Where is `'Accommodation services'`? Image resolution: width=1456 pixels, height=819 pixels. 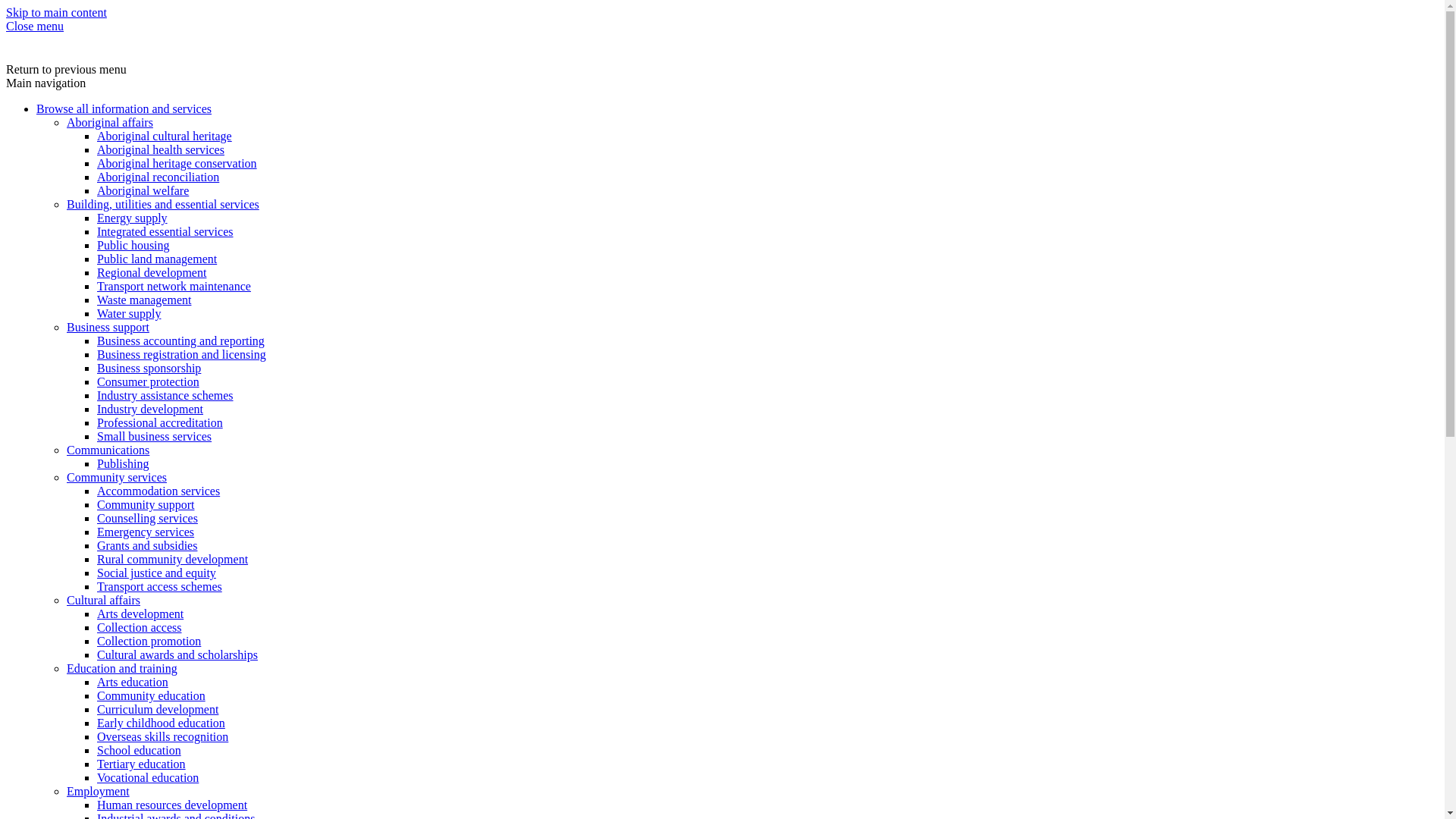
'Accommodation services' is located at coordinates (96, 491).